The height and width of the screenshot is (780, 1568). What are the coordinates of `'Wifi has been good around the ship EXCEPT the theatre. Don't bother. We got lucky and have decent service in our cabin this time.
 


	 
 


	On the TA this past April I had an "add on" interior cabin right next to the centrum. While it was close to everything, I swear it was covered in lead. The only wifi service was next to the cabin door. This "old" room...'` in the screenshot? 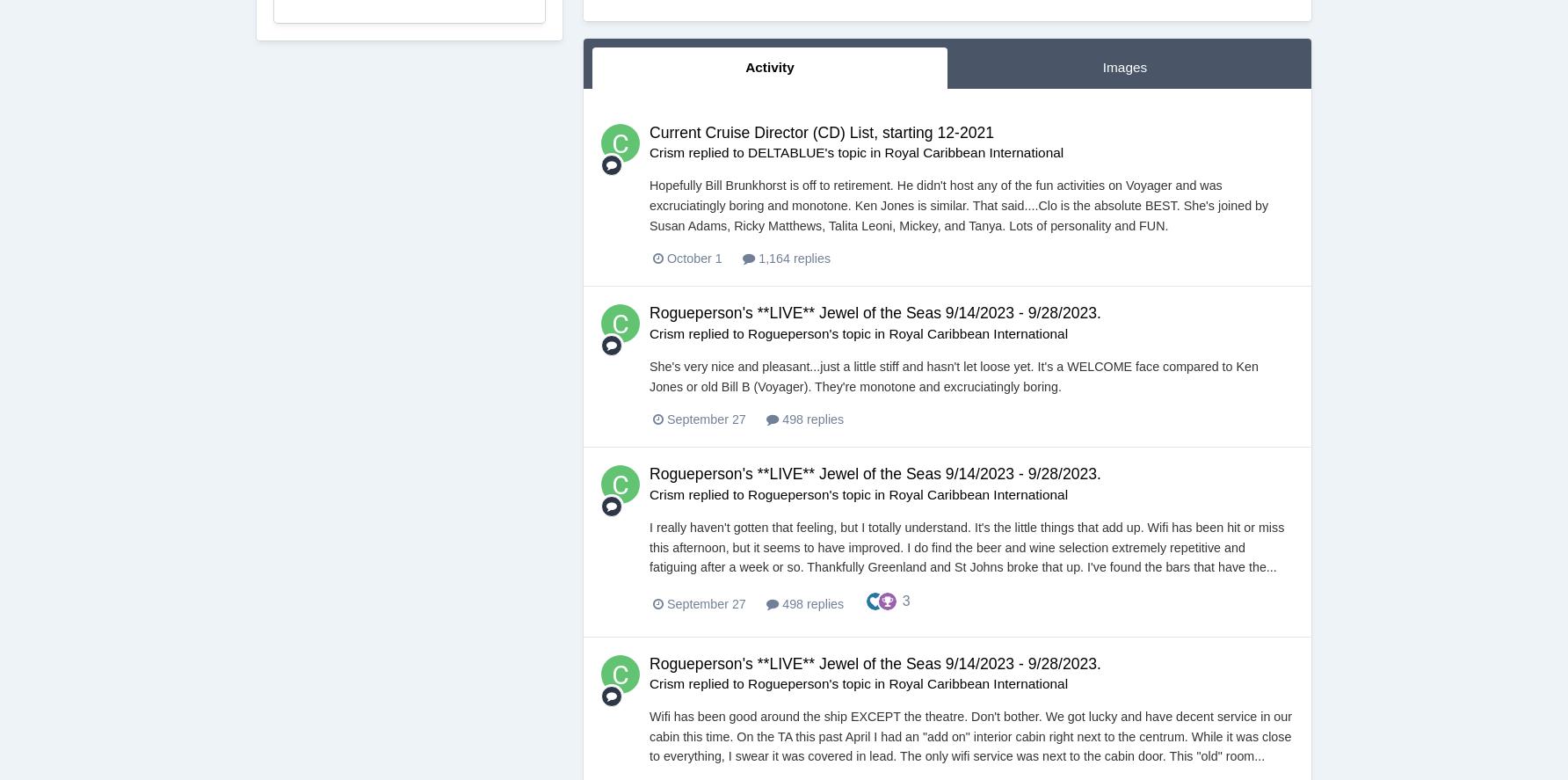 It's located at (969, 735).